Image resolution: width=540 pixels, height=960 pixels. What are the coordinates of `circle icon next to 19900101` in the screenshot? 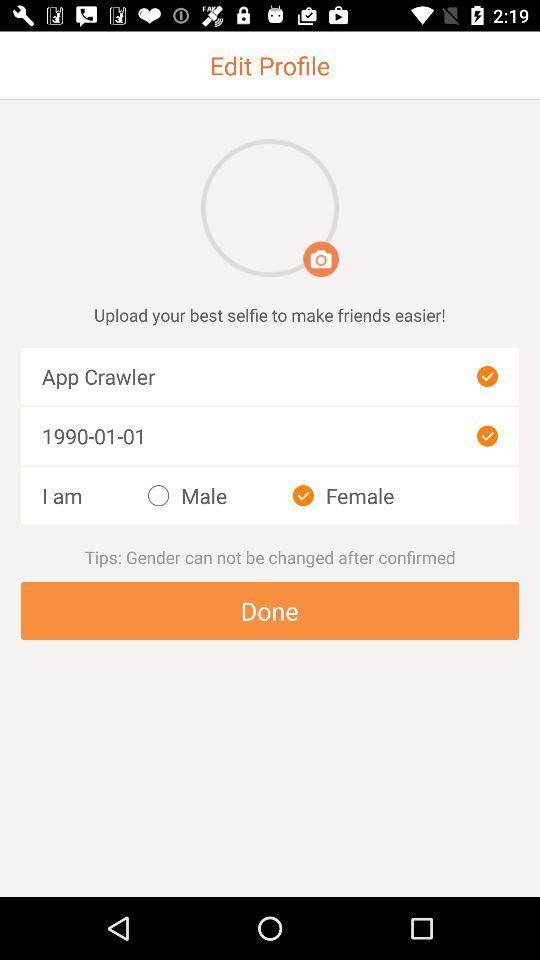 It's located at (486, 436).